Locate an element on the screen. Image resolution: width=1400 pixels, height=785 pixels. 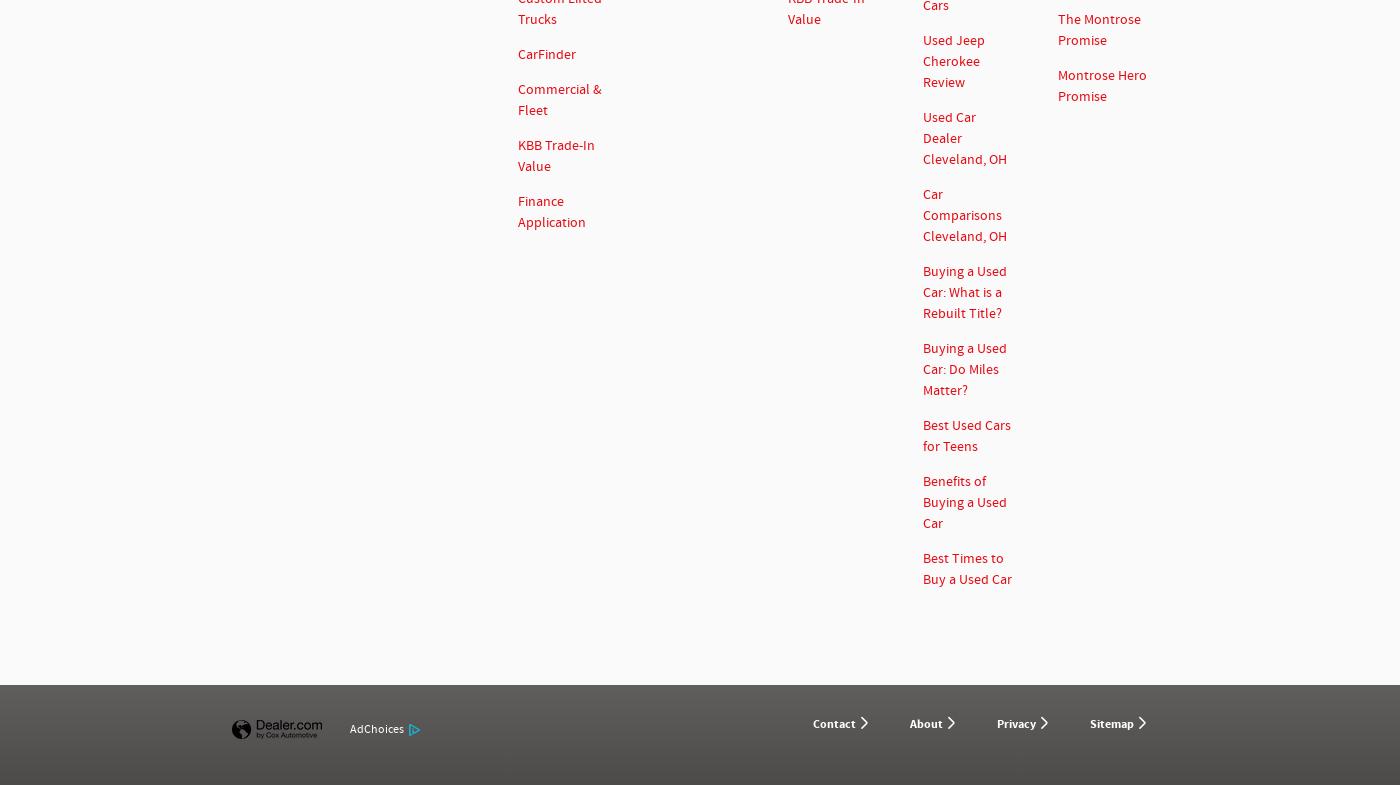
'Used Car Dealer Cleveland, OH' is located at coordinates (965, 138).